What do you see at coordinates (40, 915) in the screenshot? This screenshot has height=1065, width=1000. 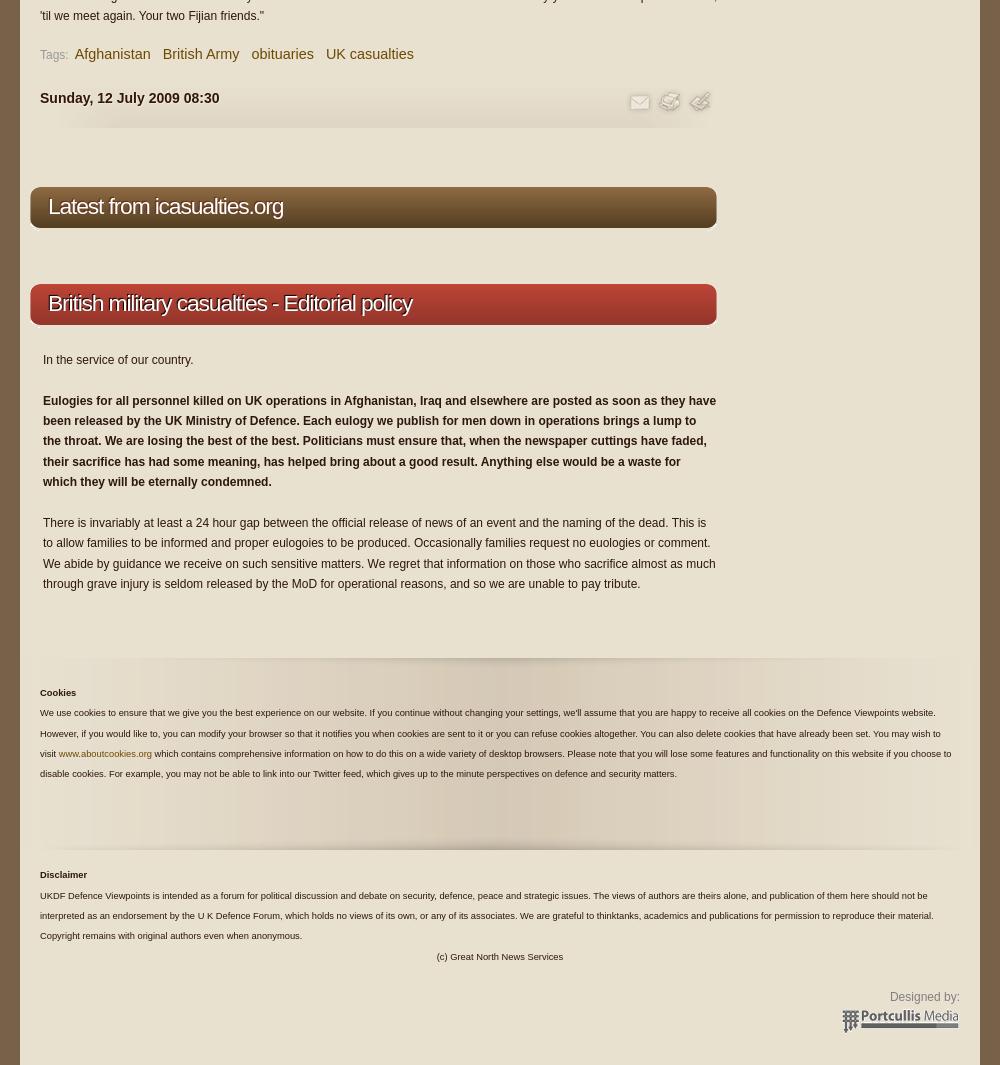 I see `'UKDF Defence Viewpoints is intended as a forum for political discussion and debate on security, defence, peace and strategic issues. The views of authors are theirs alone, and publication of them here should not be interpreted as an endorsement by the U K Defence Forum, which holds no views of its own, or any of its associates. We are grateful to thinktanks, academics and publications for permission to reproduce their material. Copyright remains with original authors even when anonymous.'` at bounding box center [40, 915].